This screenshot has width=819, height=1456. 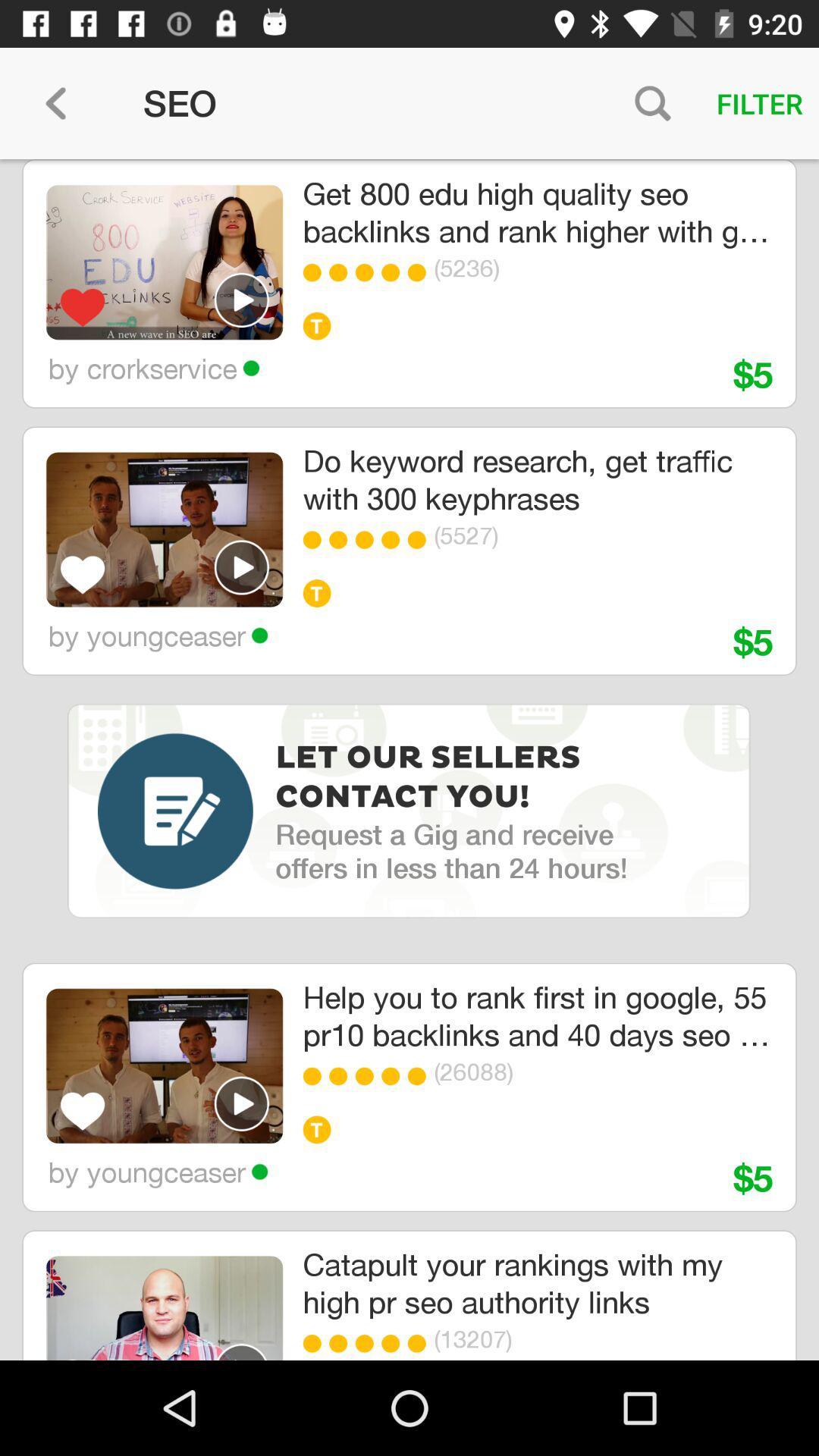 What do you see at coordinates (433, 778) in the screenshot?
I see `the item below by youngceaser icon` at bounding box center [433, 778].